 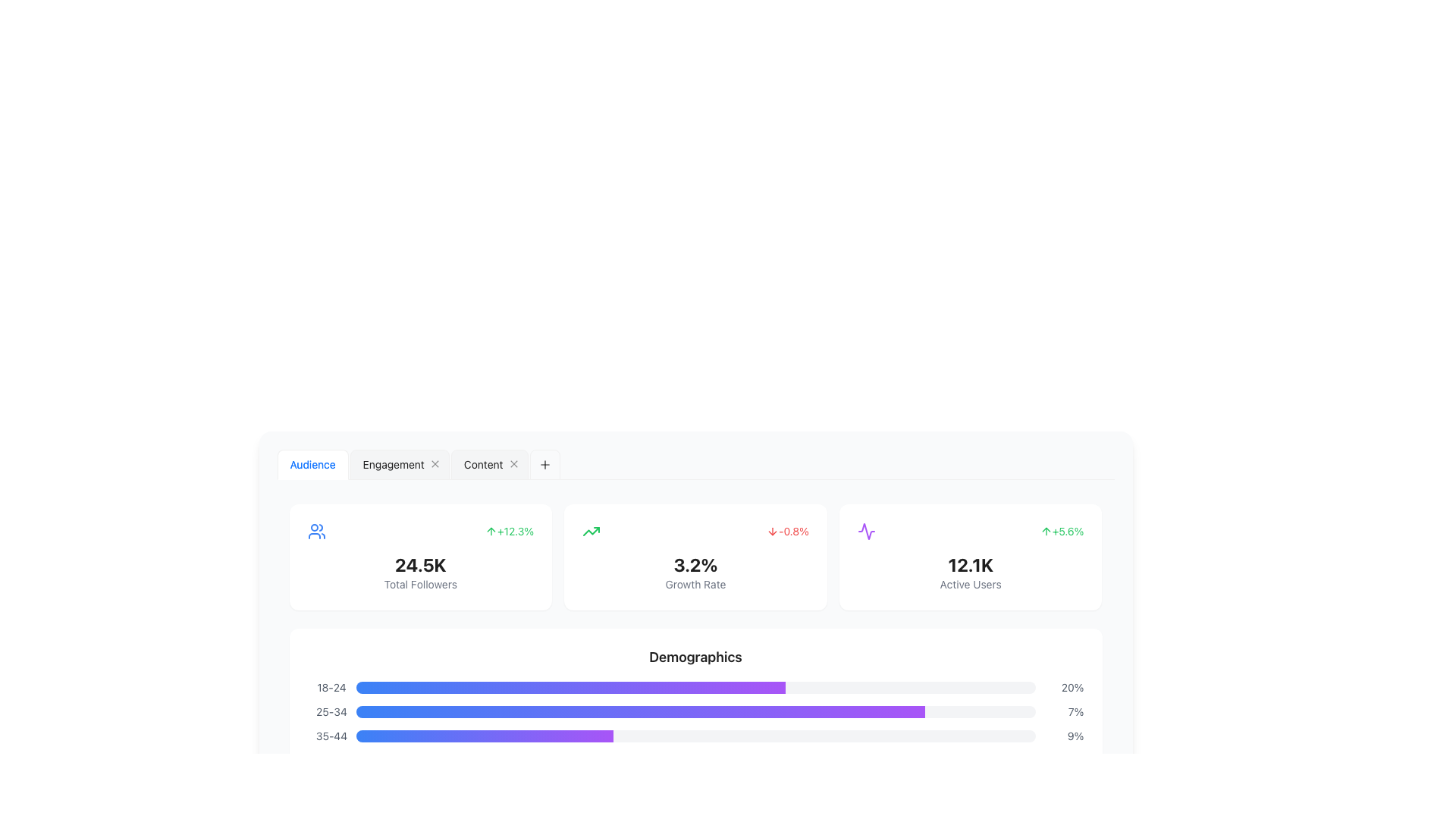 I want to click on the text label displaying '3.2%' which is prominently styled in bold and large font, located above the 'Growth Rate' text, so click(x=695, y=564).